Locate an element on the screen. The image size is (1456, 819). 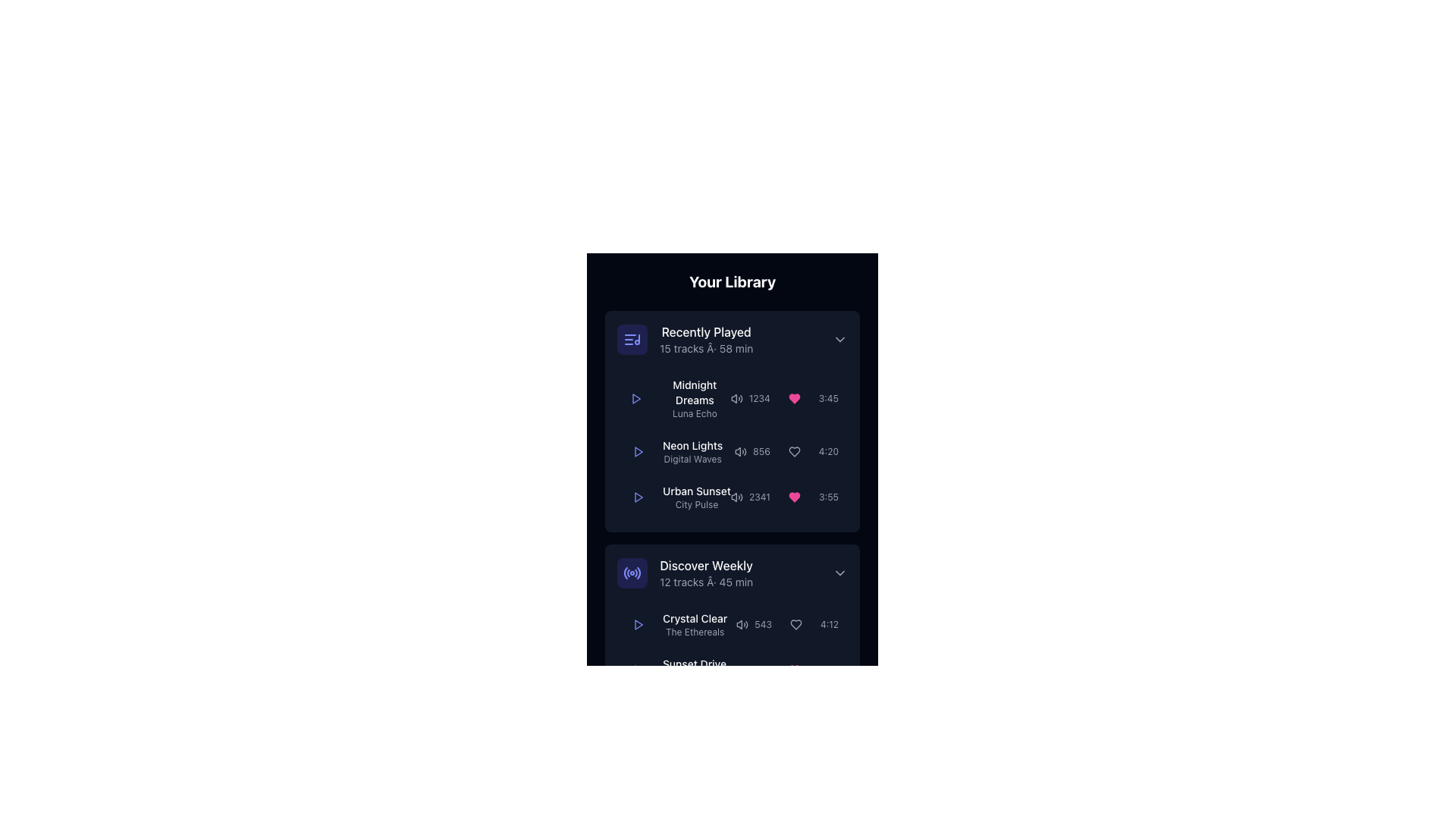
text content element displaying 'Neon Lights' and 'Digital Waves' in the 'Recently Played' section, which is the second entry in the list is located at coordinates (692, 451).